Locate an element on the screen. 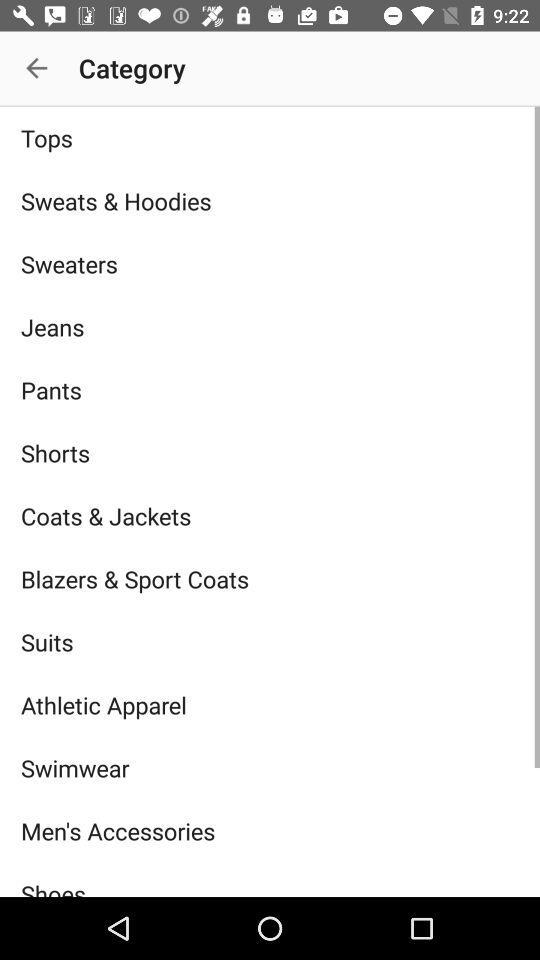 The image size is (540, 960). item below suits item is located at coordinates (270, 705).